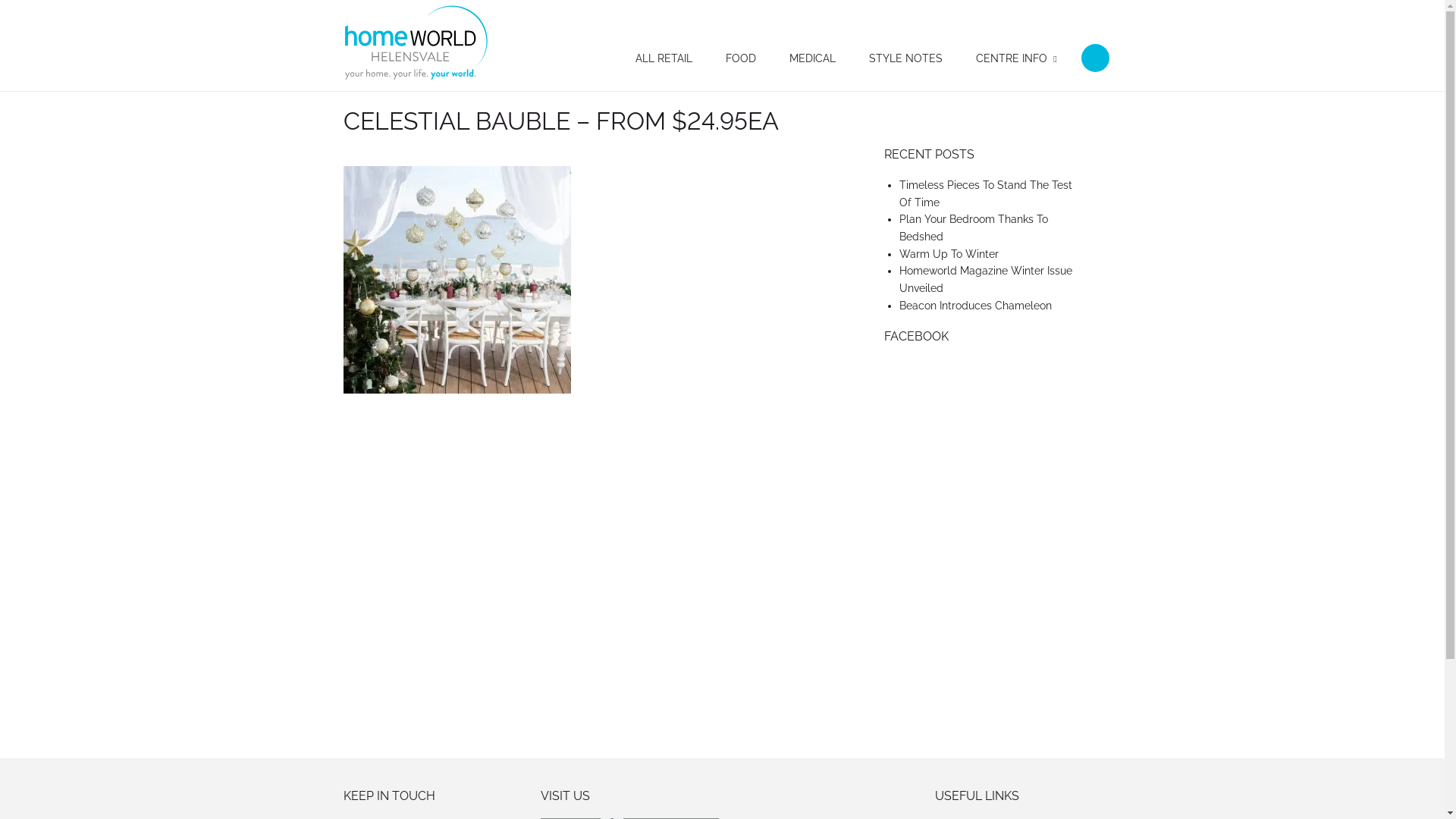 This screenshot has width=1456, height=819. Describe the element at coordinates (975, 58) in the screenshot. I see `'CENTRE INFO'` at that location.